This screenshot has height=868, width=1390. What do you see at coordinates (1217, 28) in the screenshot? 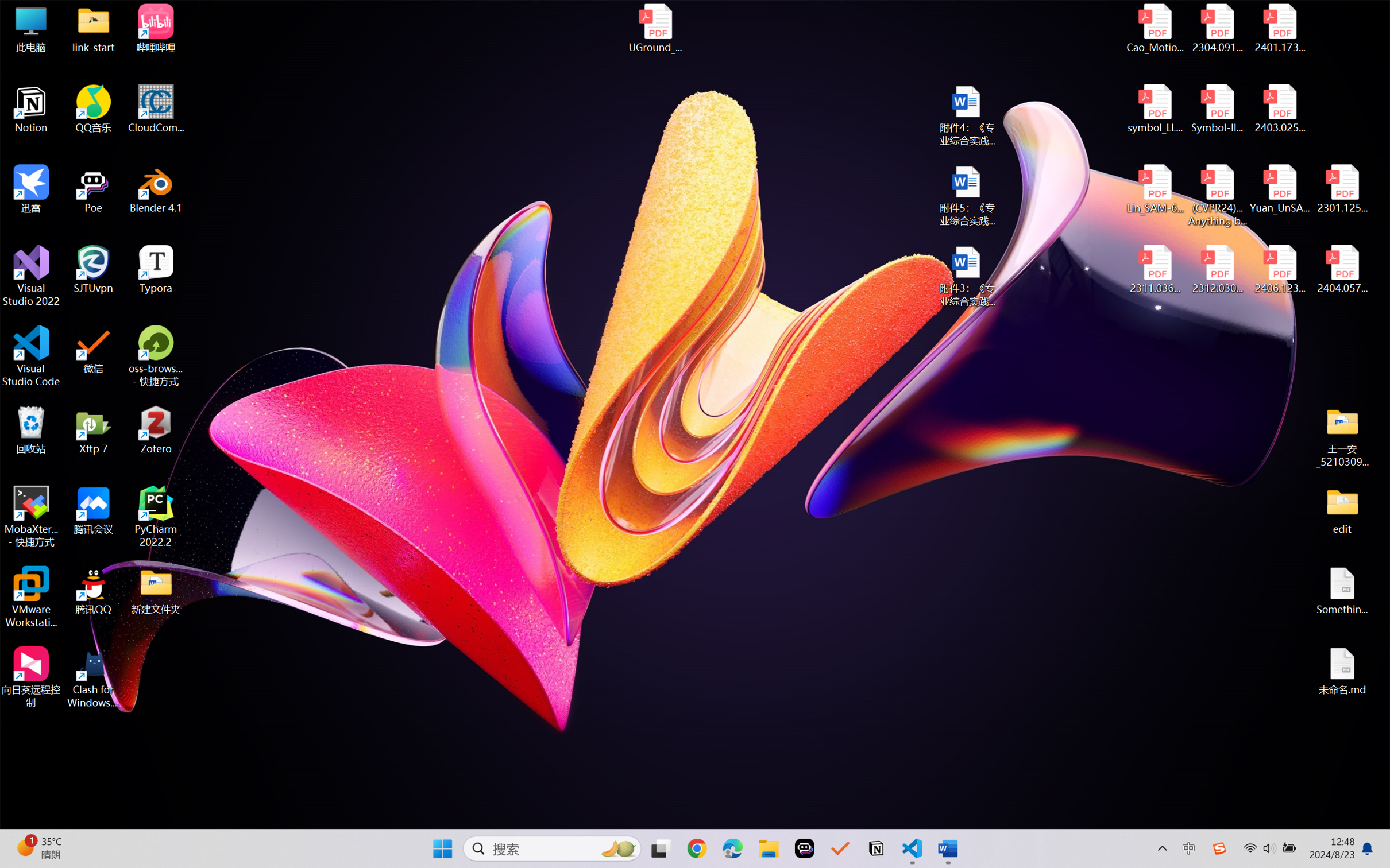
I see `'2304.09121v3.pdf'` at bounding box center [1217, 28].